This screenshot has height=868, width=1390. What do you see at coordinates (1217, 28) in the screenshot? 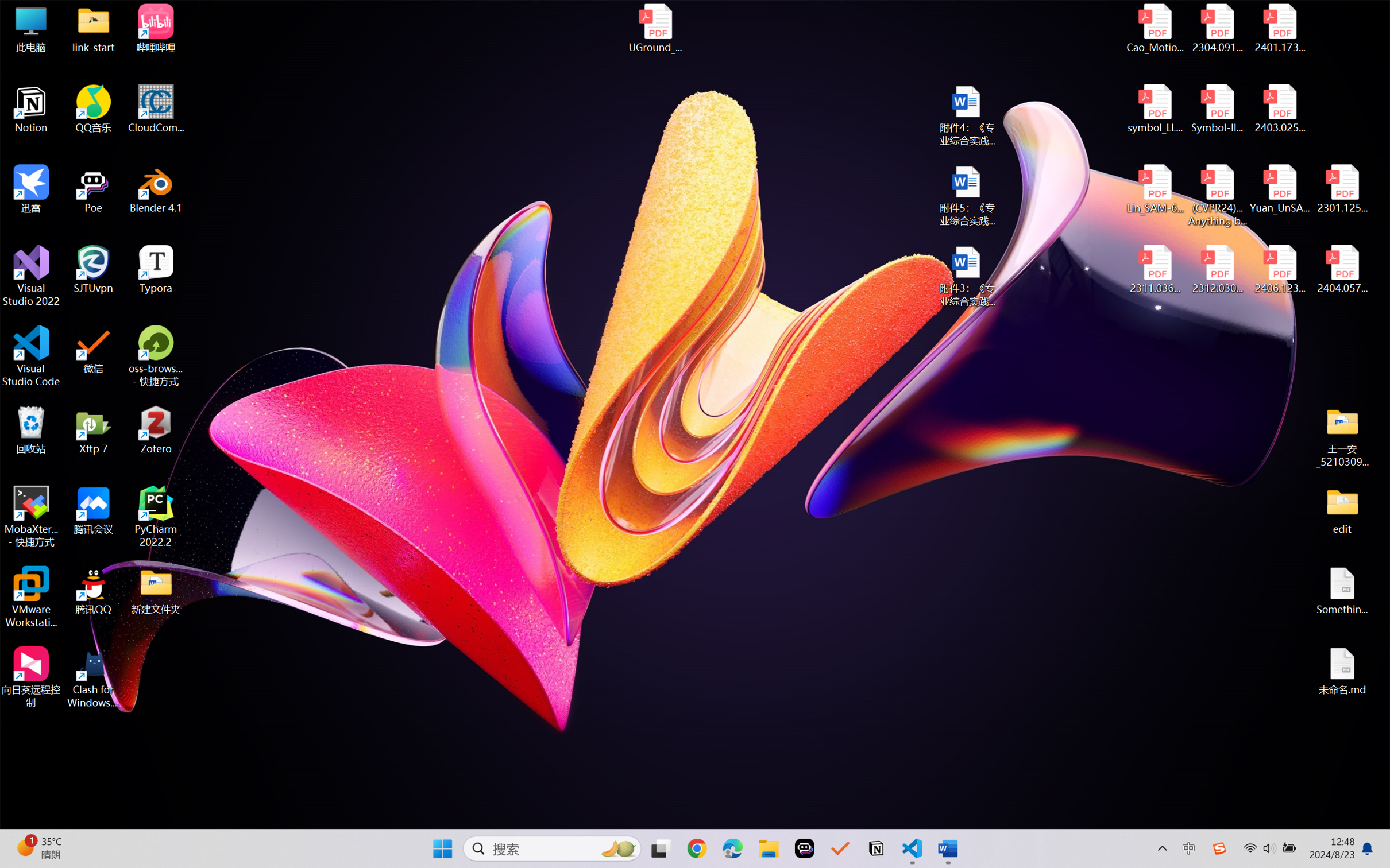
I see `'2304.09121v3.pdf'` at bounding box center [1217, 28].